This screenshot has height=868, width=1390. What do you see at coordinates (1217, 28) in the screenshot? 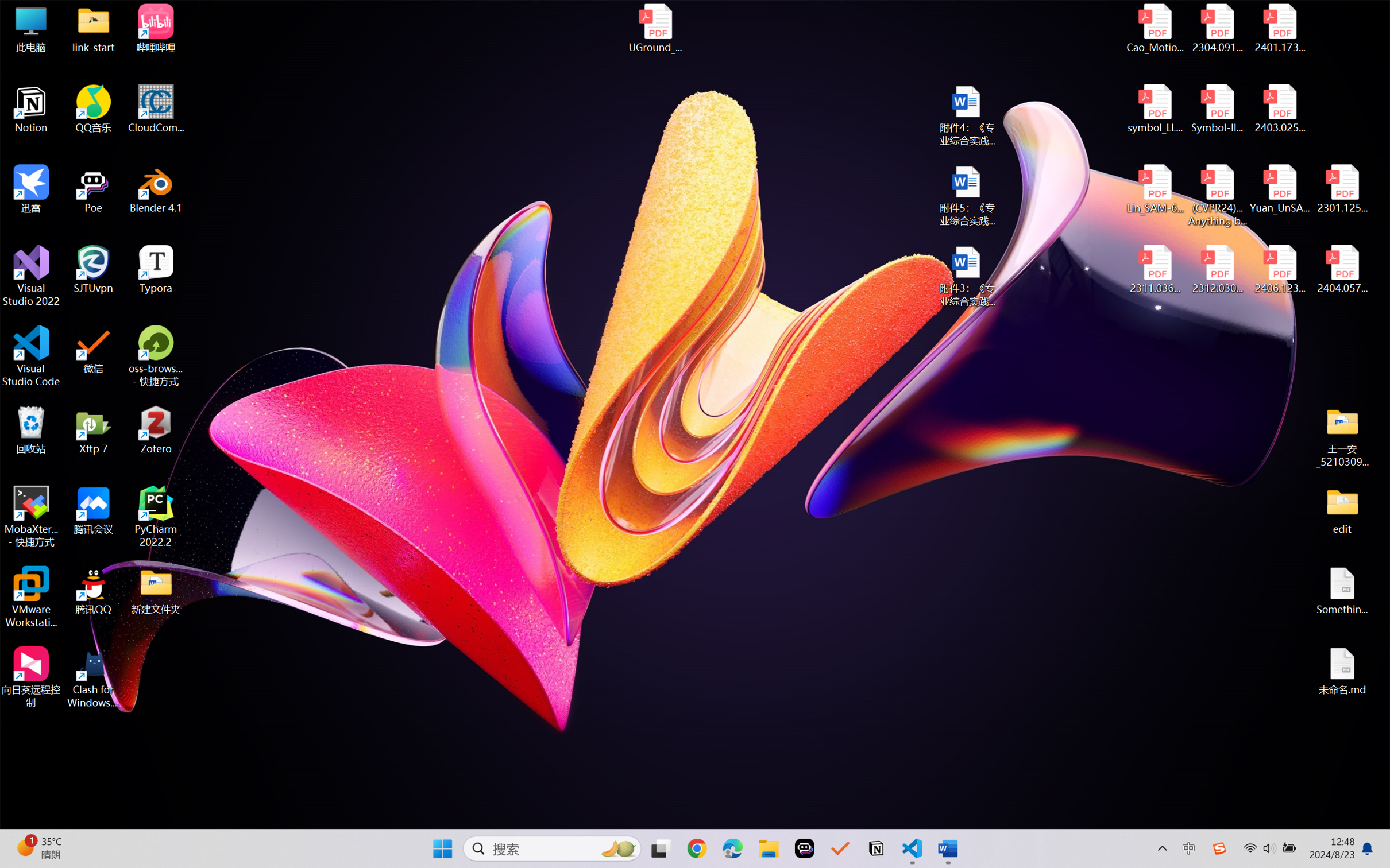
I see `'2304.09121v3.pdf'` at bounding box center [1217, 28].